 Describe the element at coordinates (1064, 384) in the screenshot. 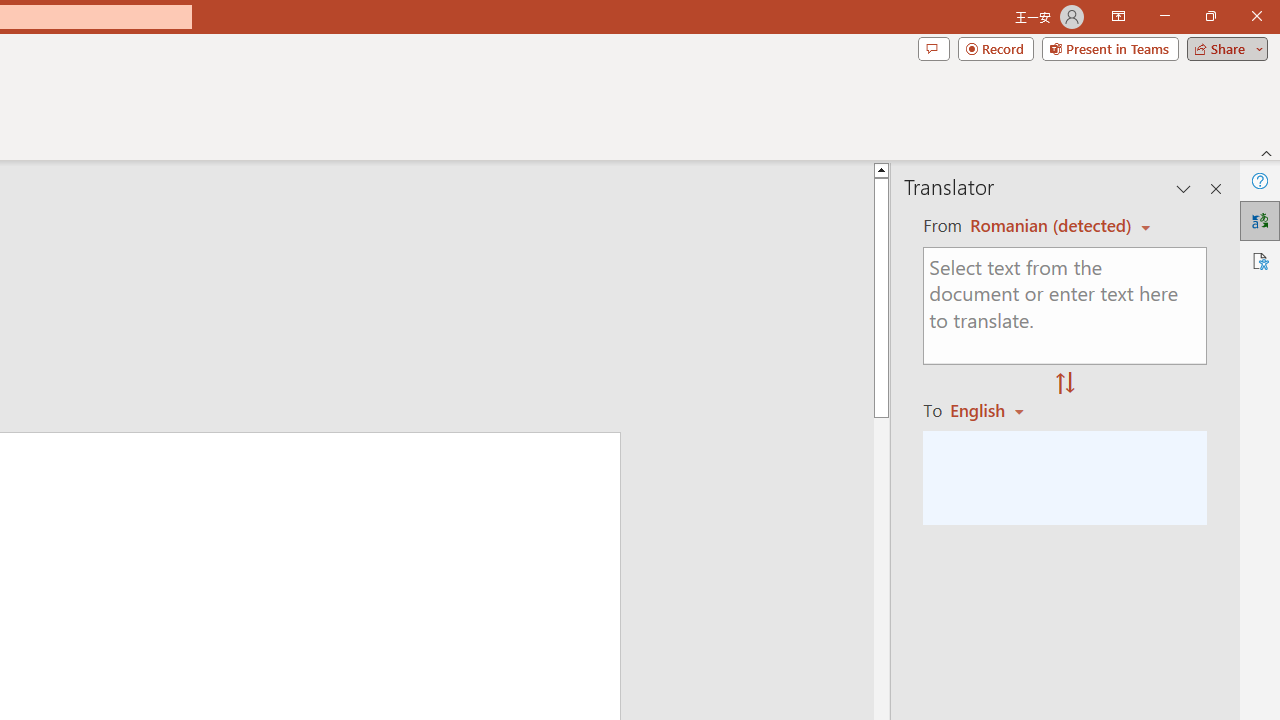

I see `'Swap "from" and "to" languages.'` at that location.